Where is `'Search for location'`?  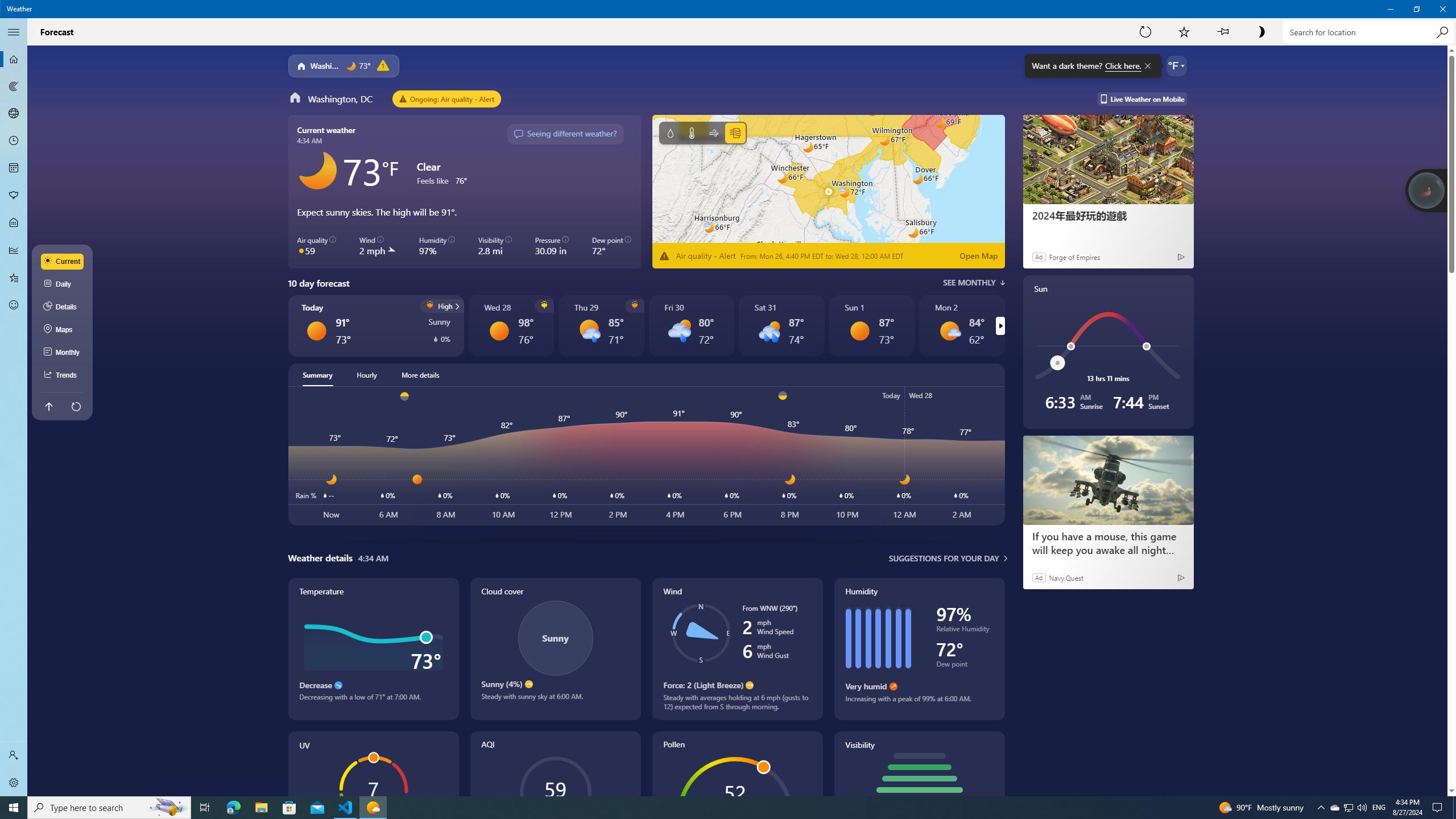 'Search for location' is located at coordinates (1368, 31).